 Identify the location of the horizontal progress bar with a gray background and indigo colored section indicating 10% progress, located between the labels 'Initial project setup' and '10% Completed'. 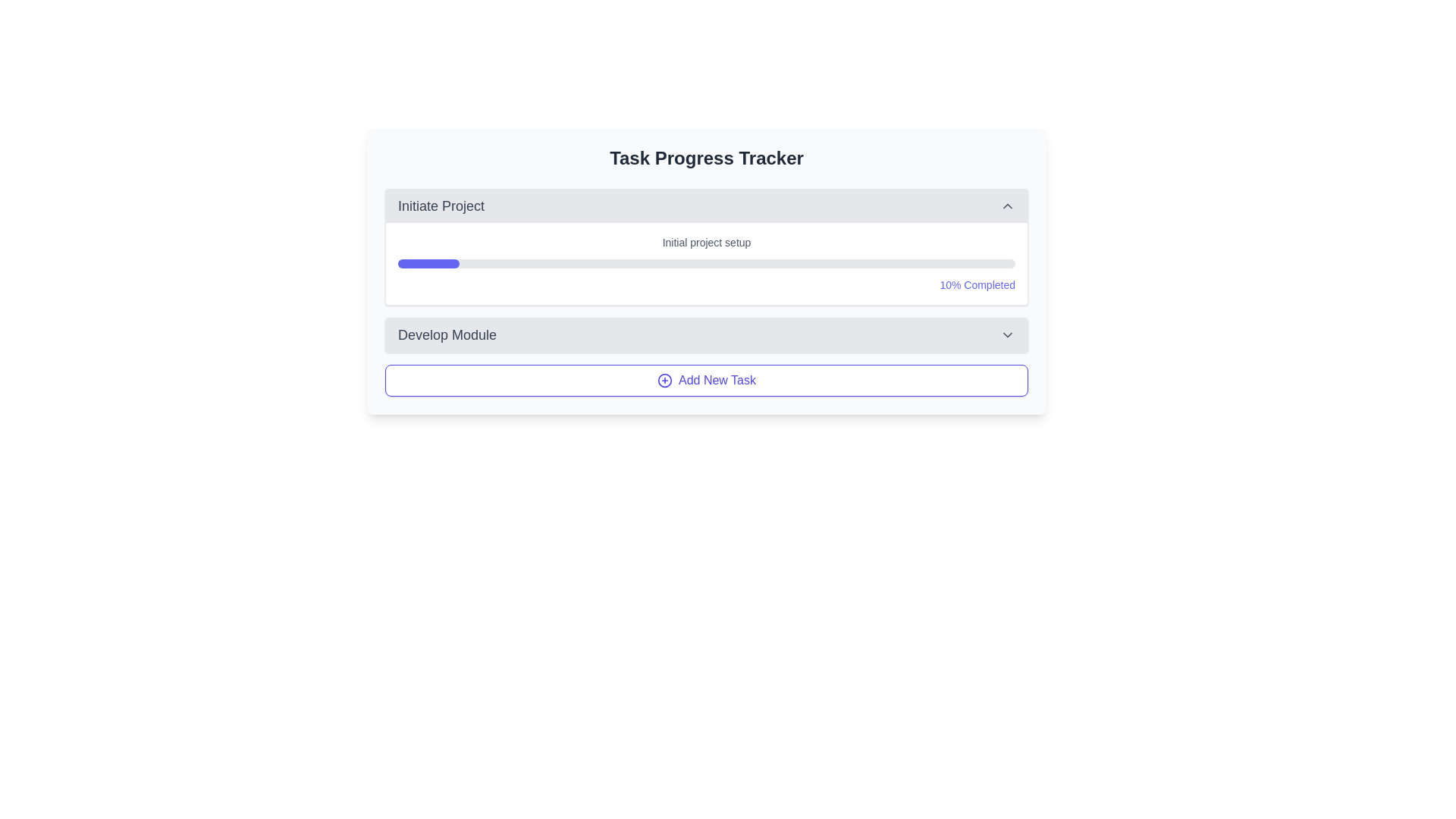
(705, 262).